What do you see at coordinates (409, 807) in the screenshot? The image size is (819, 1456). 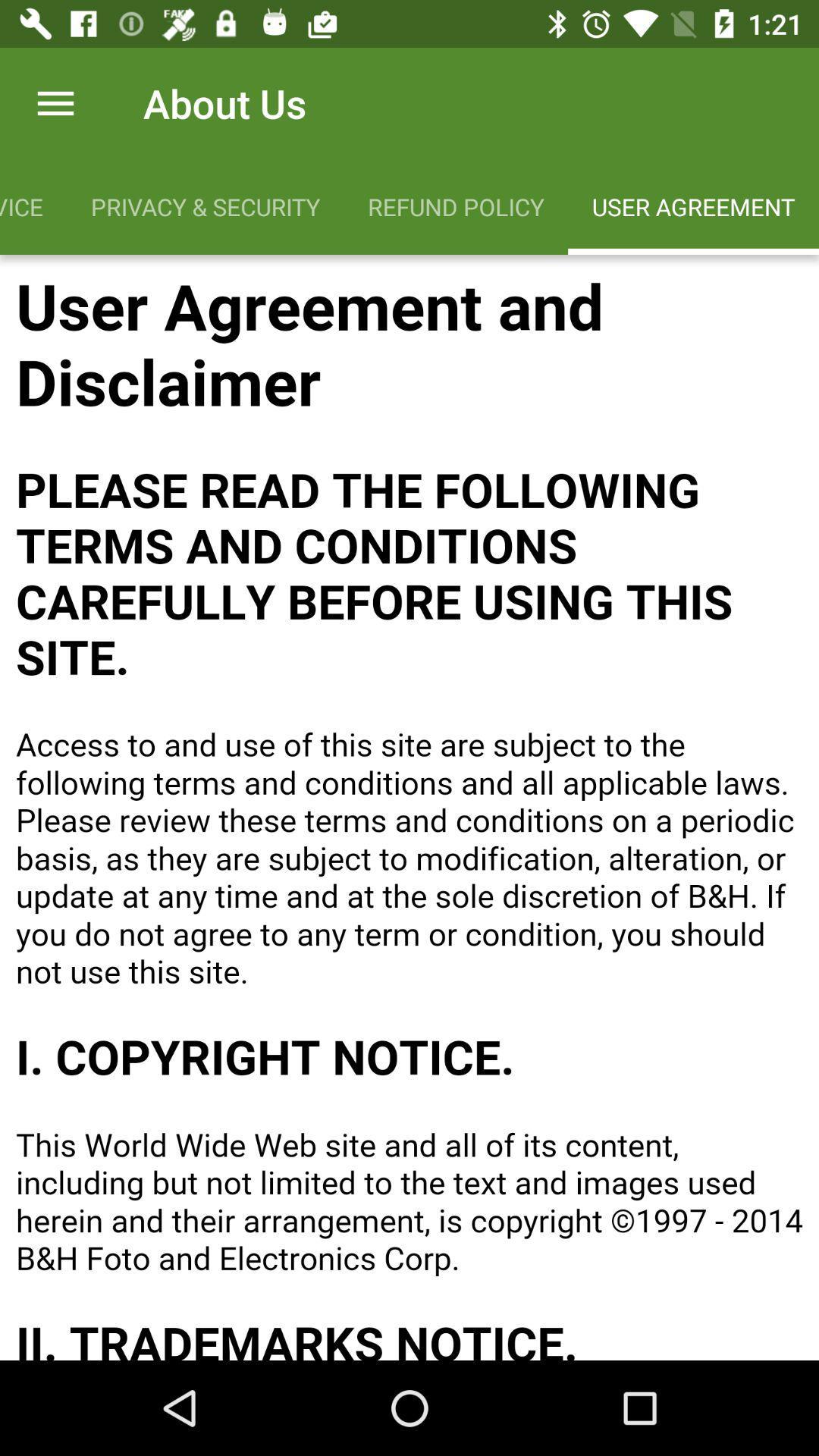 I see `make advertisement` at bounding box center [409, 807].